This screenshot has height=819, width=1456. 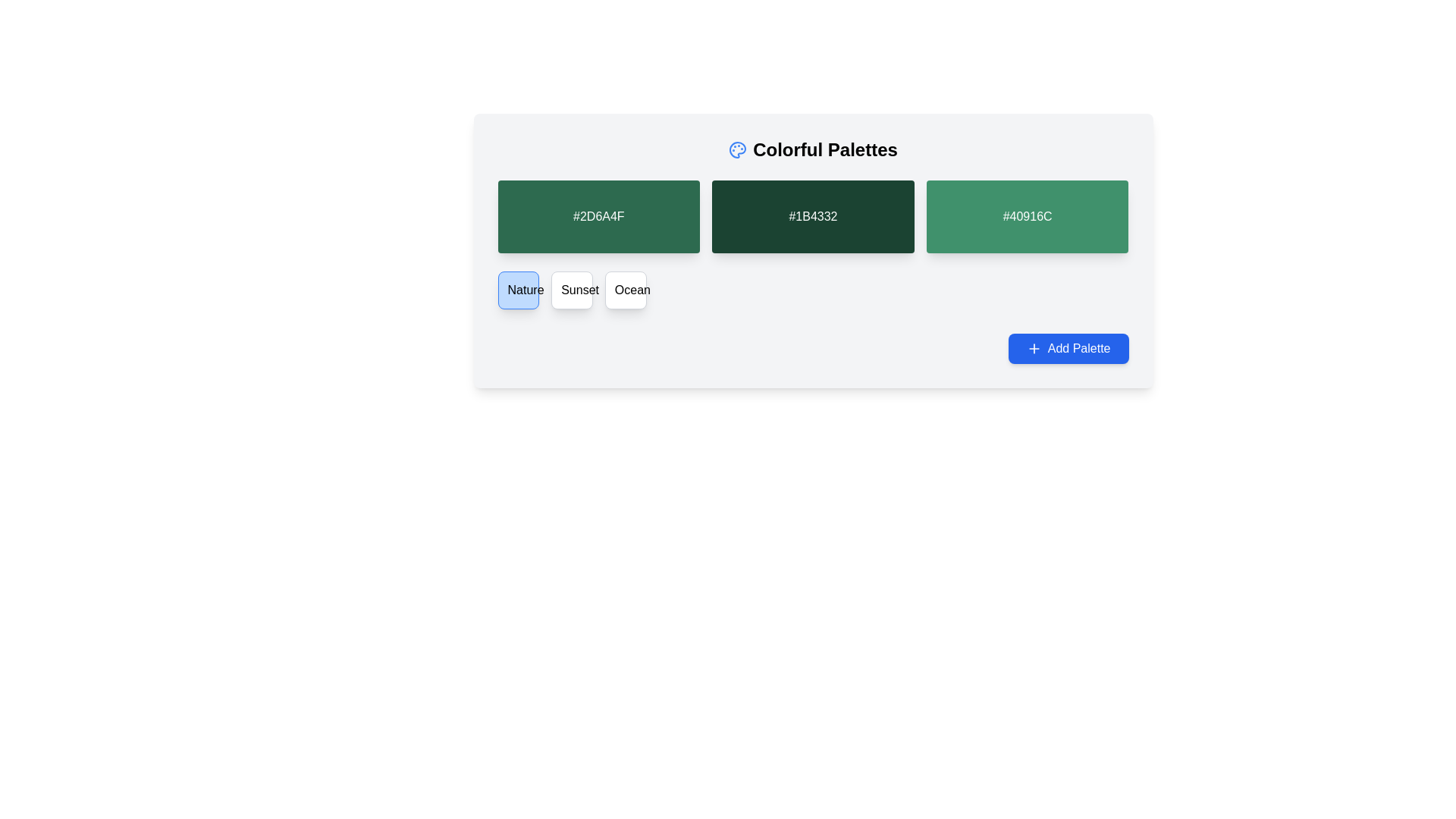 I want to click on the static color swatch displaying the hexadecimal color code '#1B4332', which is the second box in a group of three, styled with a dark green background and rounded corners, so click(x=812, y=216).